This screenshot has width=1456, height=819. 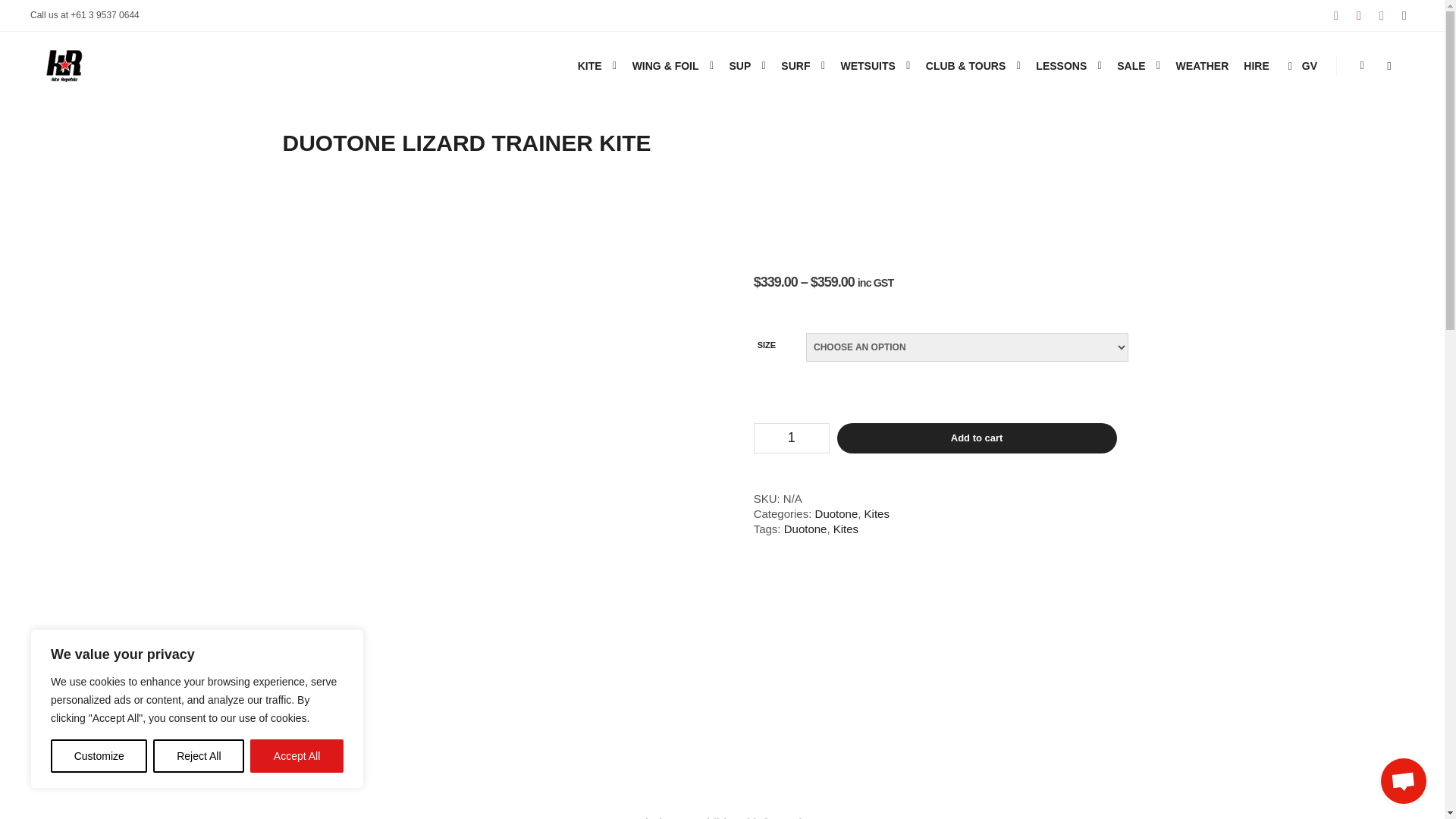 What do you see at coordinates (83, 14) in the screenshot?
I see `'Call us at +61 3 9537 0644'` at bounding box center [83, 14].